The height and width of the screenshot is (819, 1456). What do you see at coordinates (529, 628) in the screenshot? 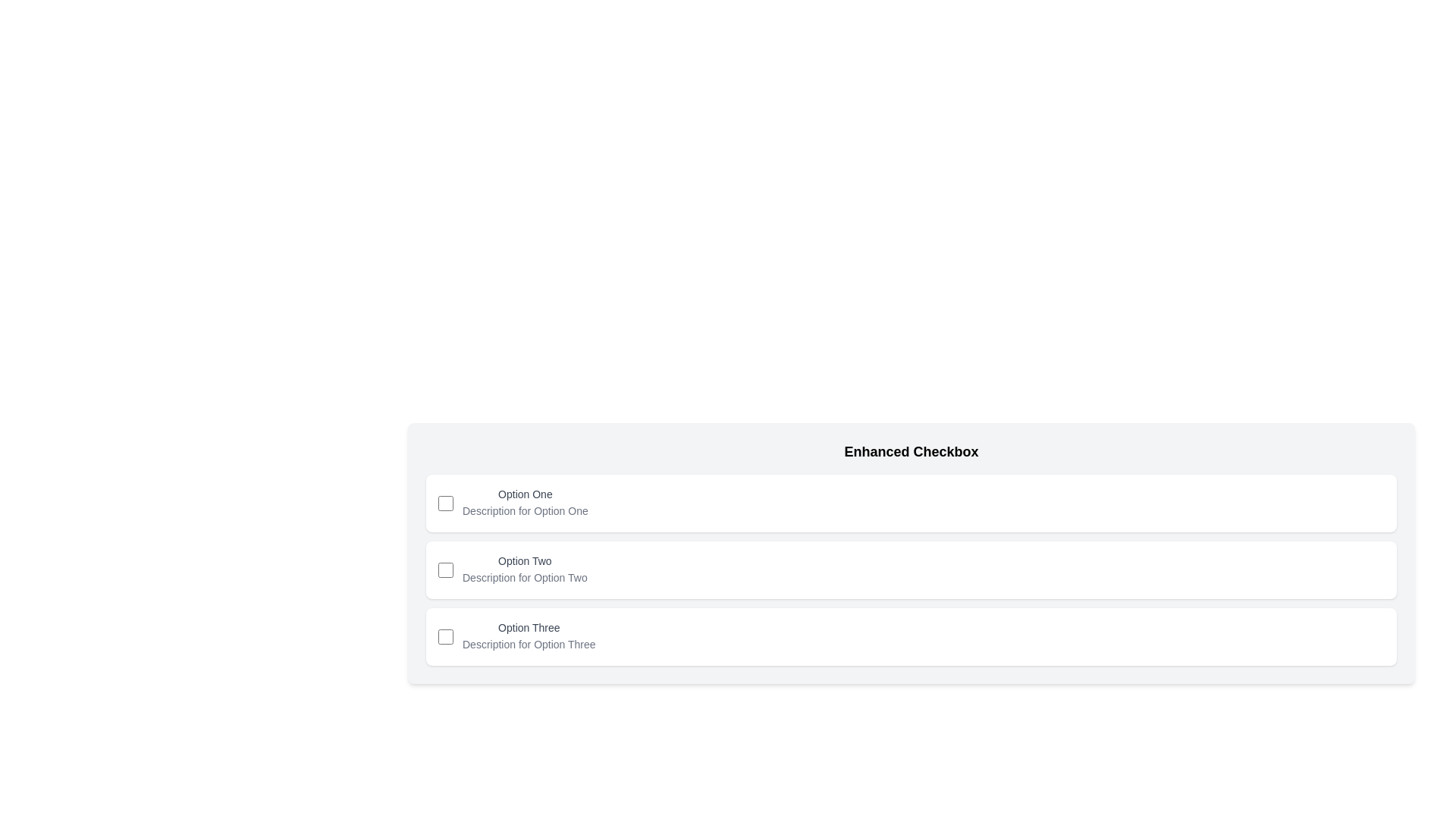
I see `text of the label associated with the third checkbox option, positioned below 'Option Two'` at bounding box center [529, 628].